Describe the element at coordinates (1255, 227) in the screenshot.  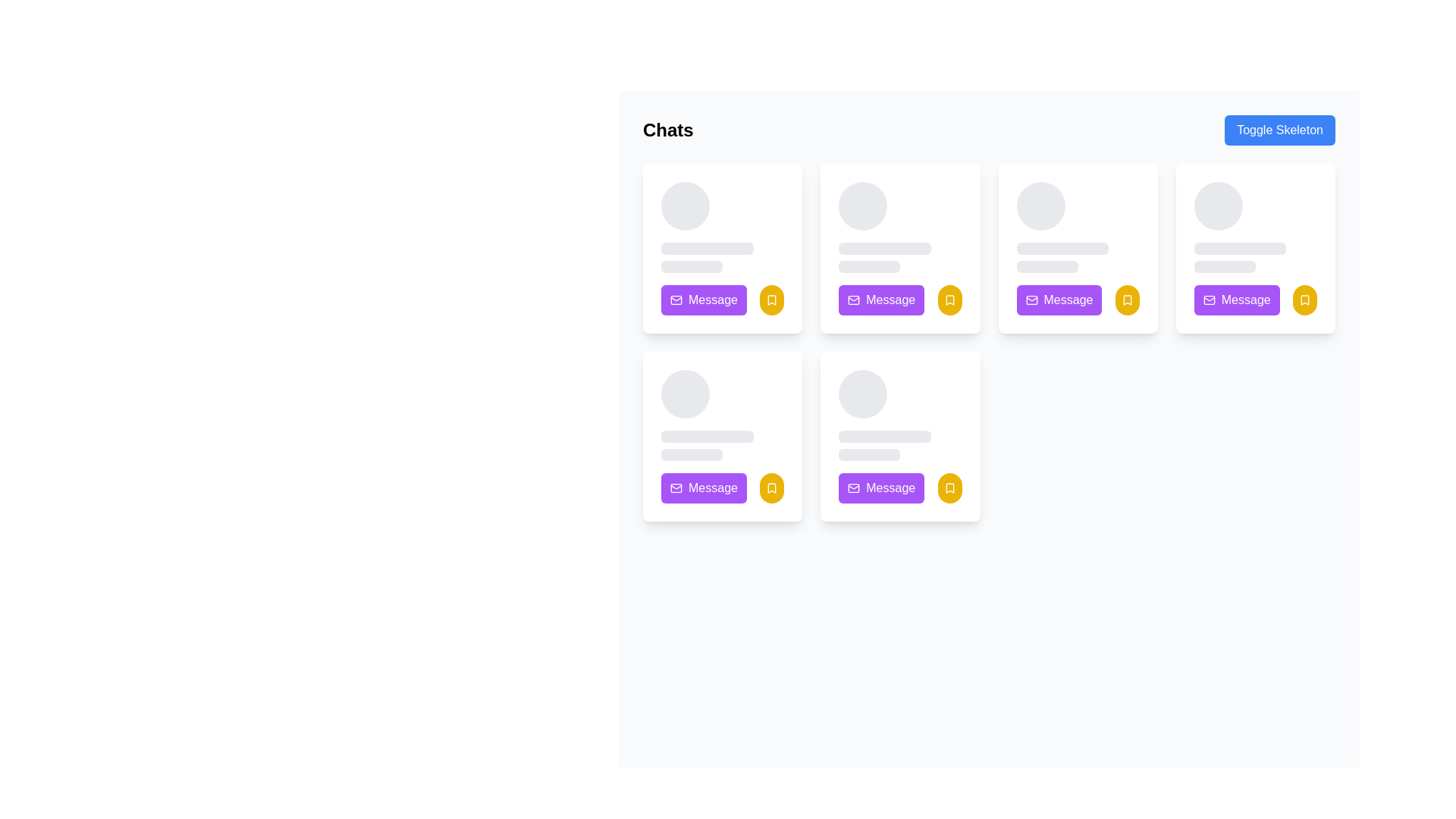
I see `the Skeleton loader located in the top-right card of the visible grid, which serves as a loading indicator above the 'Message' button` at that location.